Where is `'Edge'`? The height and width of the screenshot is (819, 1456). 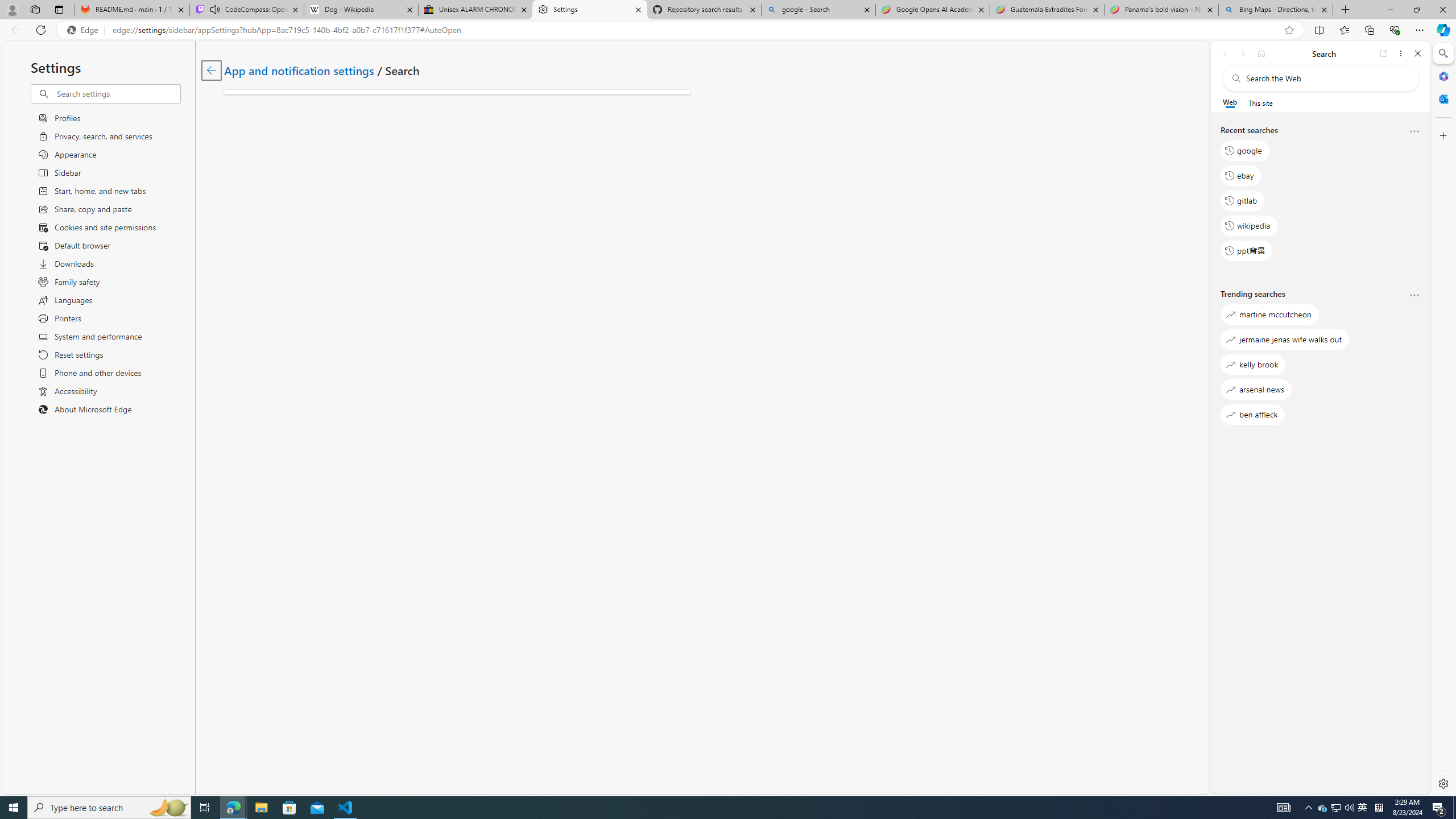 'Edge' is located at coordinates (84, 30).